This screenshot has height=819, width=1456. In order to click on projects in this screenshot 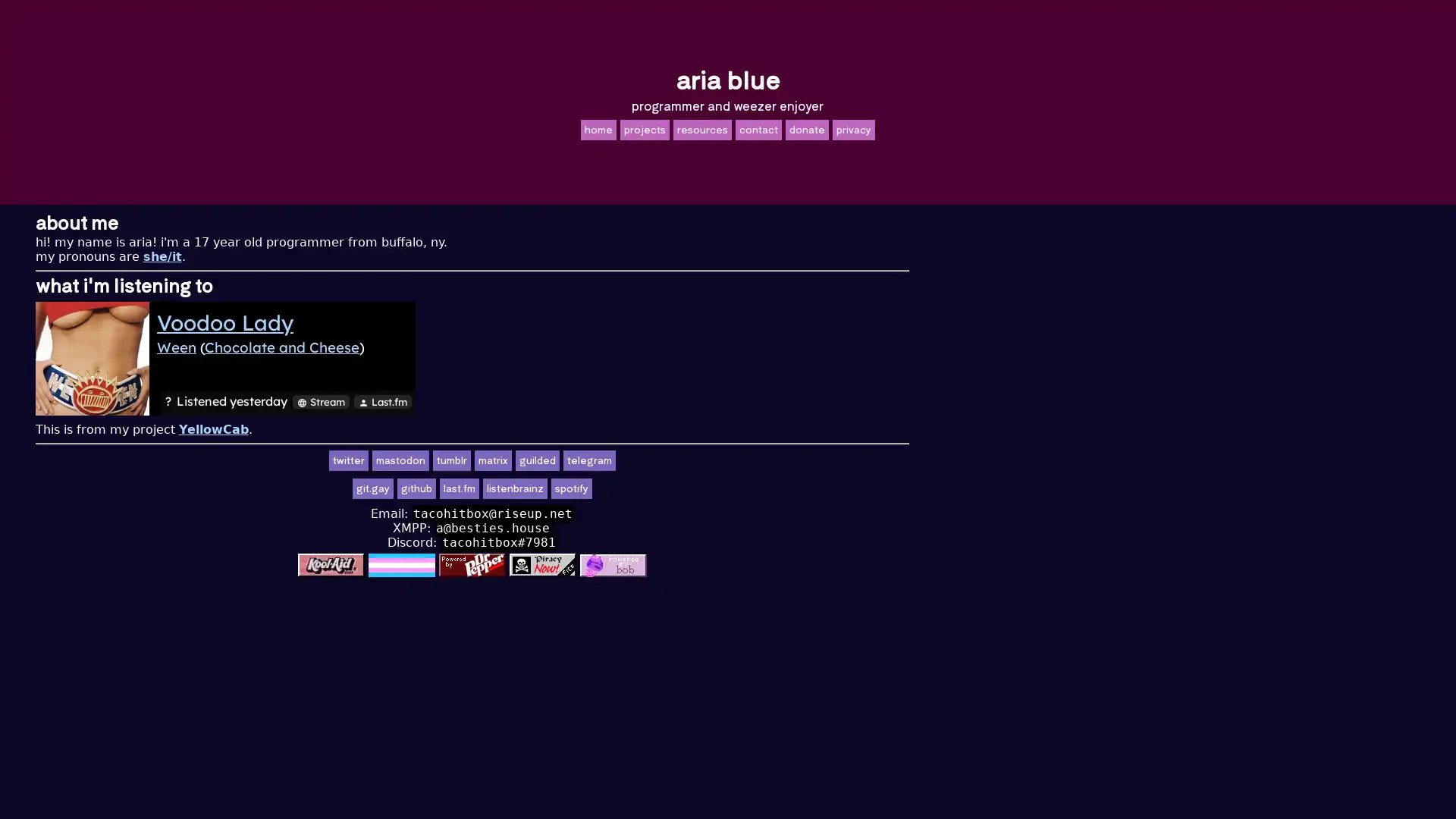, I will do `click(644, 128)`.